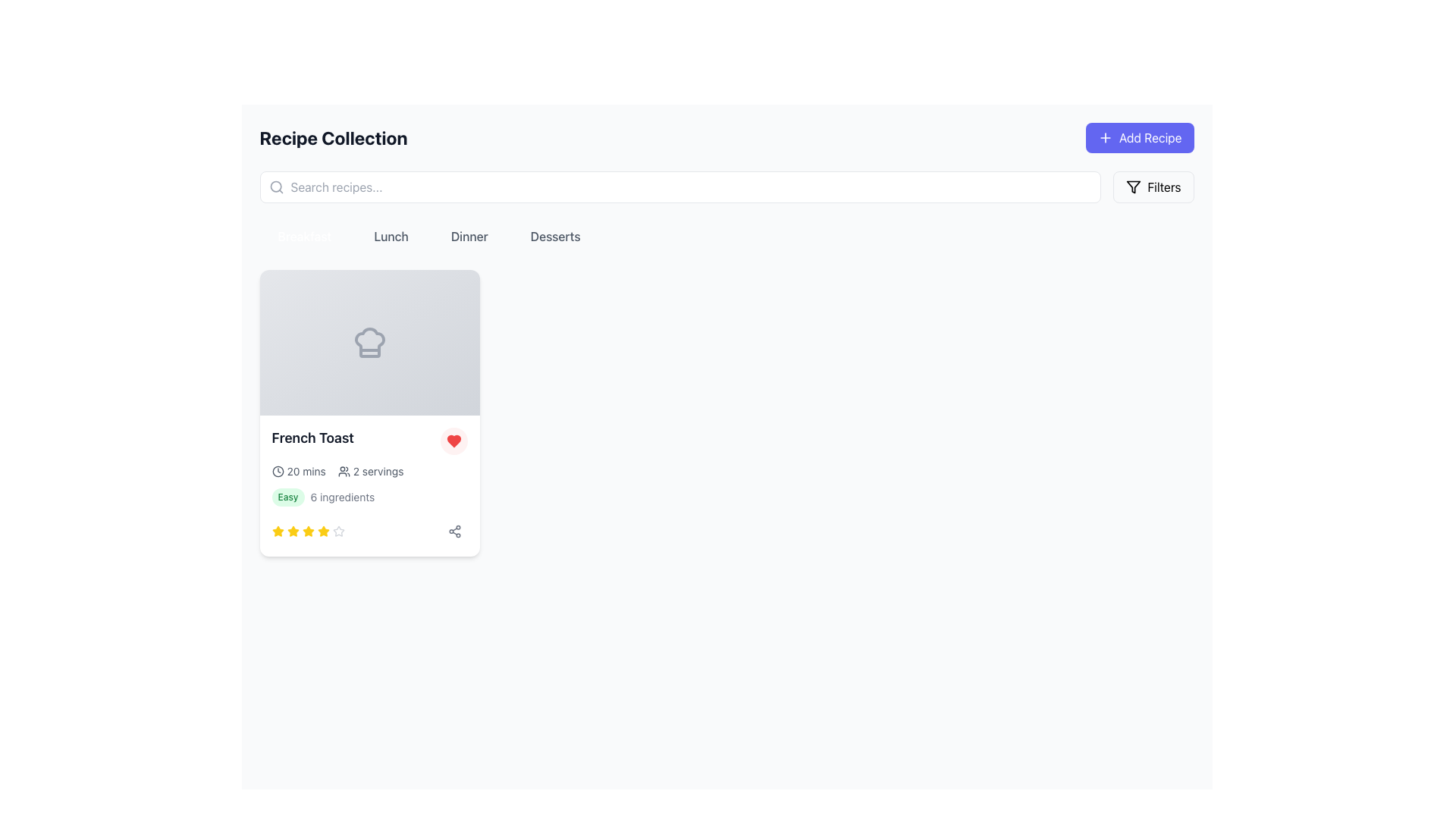  Describe the element at coordinates (1106, 137) in the screenshot. I see `the small square-shaped SVG icon representing a 'plus' sign, which is located` at that location.